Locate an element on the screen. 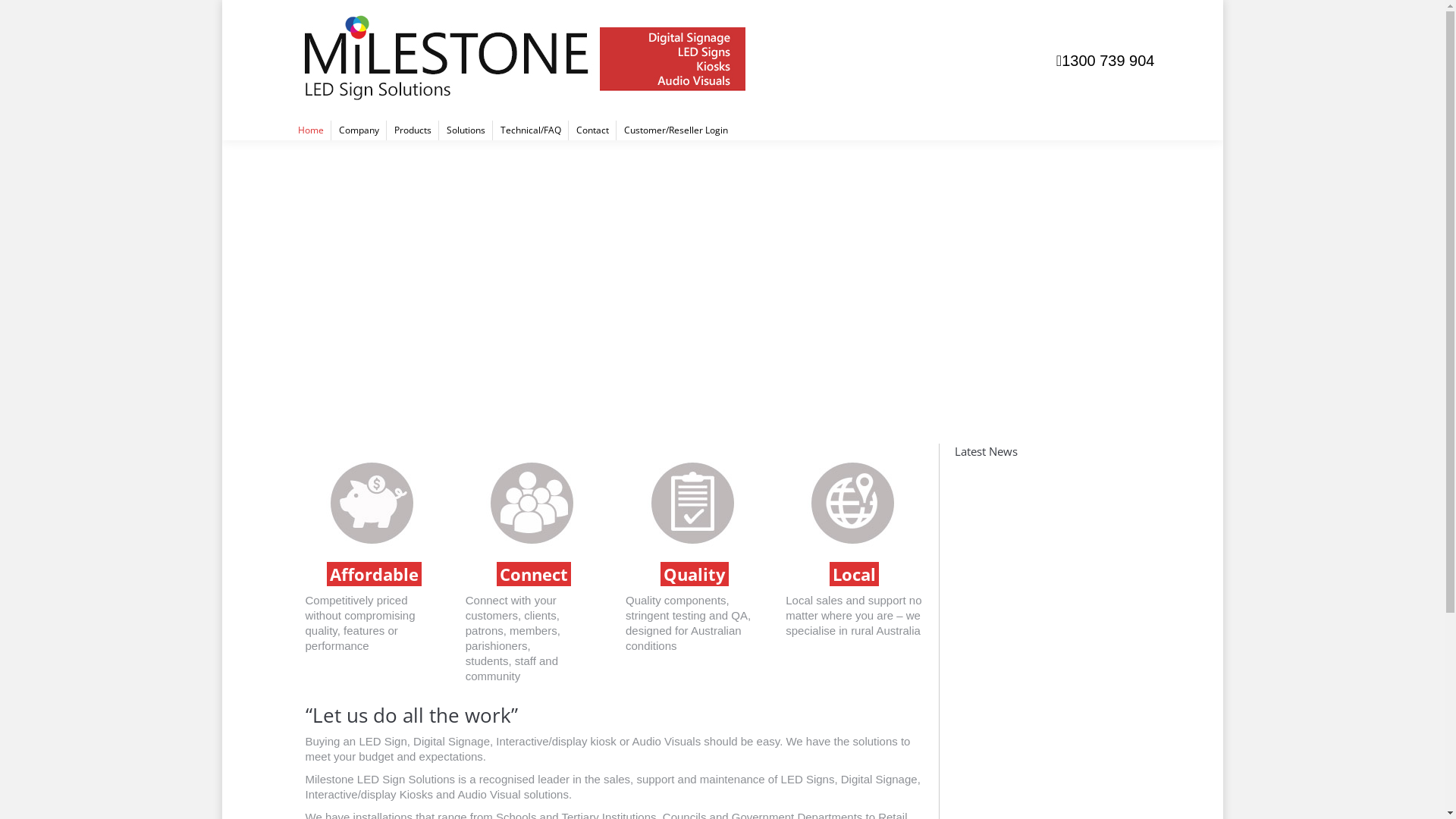  'Solutions' is located at coordinates (464, 130).